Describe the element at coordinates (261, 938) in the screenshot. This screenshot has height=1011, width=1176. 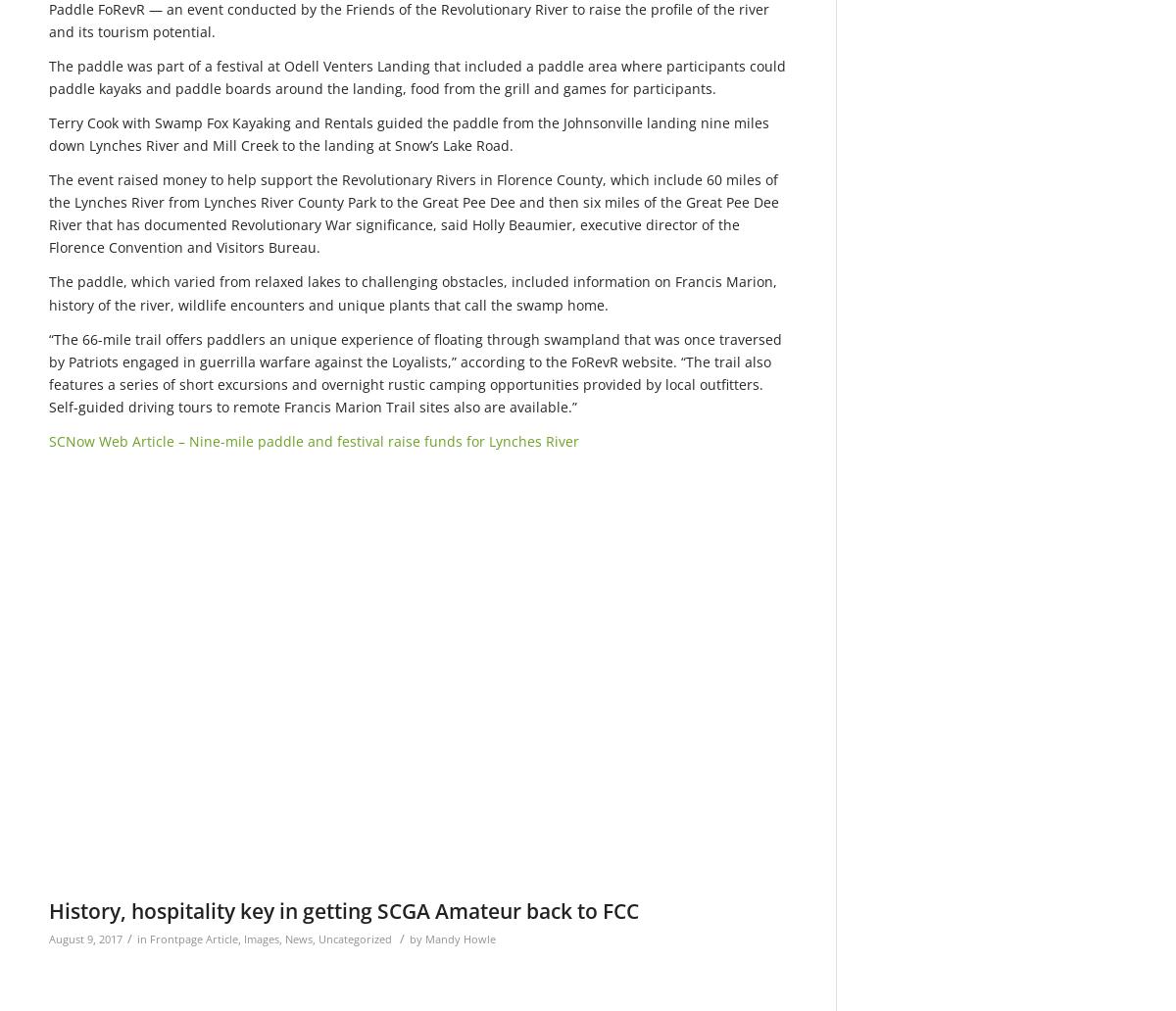
I see `'Images'` at that location.